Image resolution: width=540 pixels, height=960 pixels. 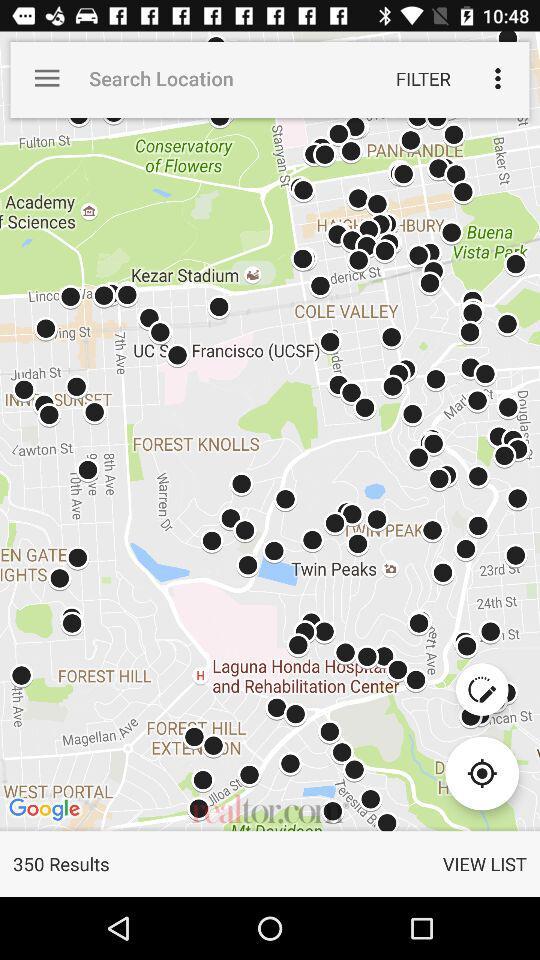 I want to click on item to the right of filter item, so click(x=496, y=78).